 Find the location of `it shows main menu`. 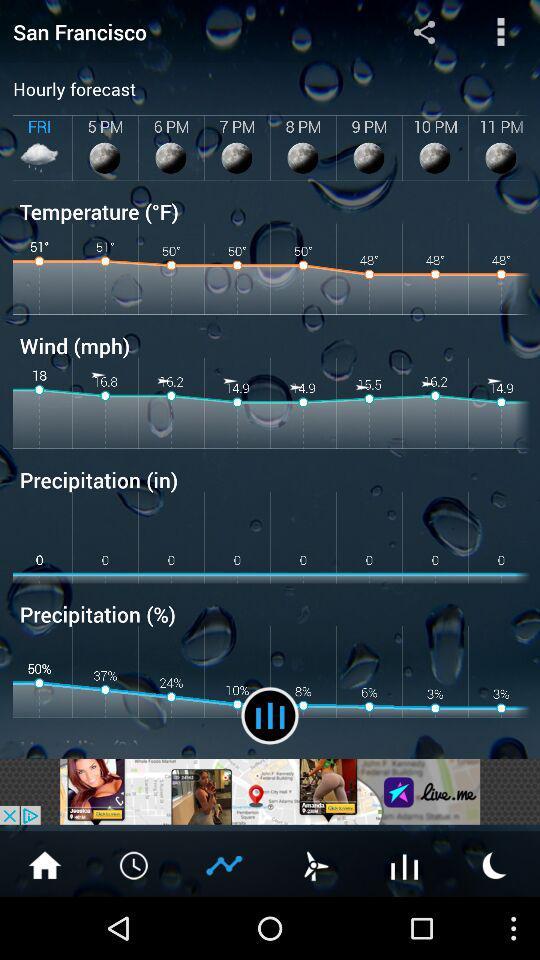

it shows main menu is located at coordinates (500, 30).